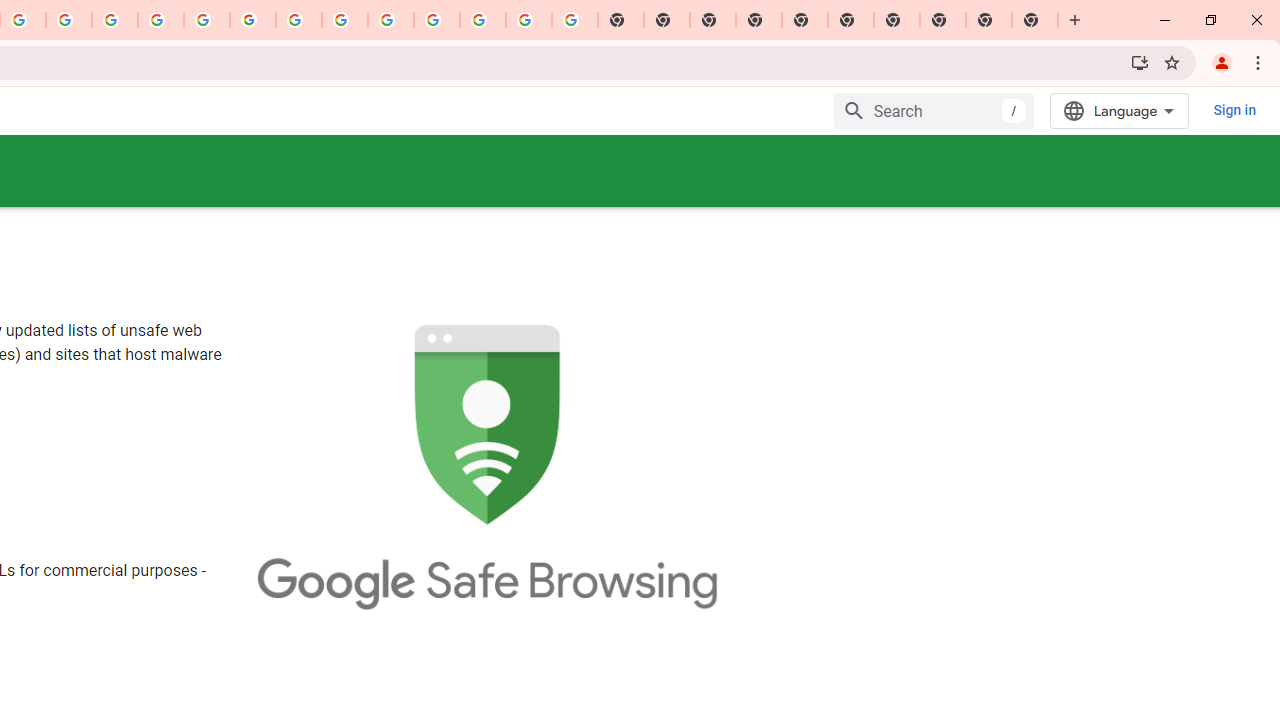 The height and width of the screenshot is (720, 1280). What do you see at coordinates (298, 20) in the screenshot?
I see `'YouTube'` at bounding box center [298, 20].